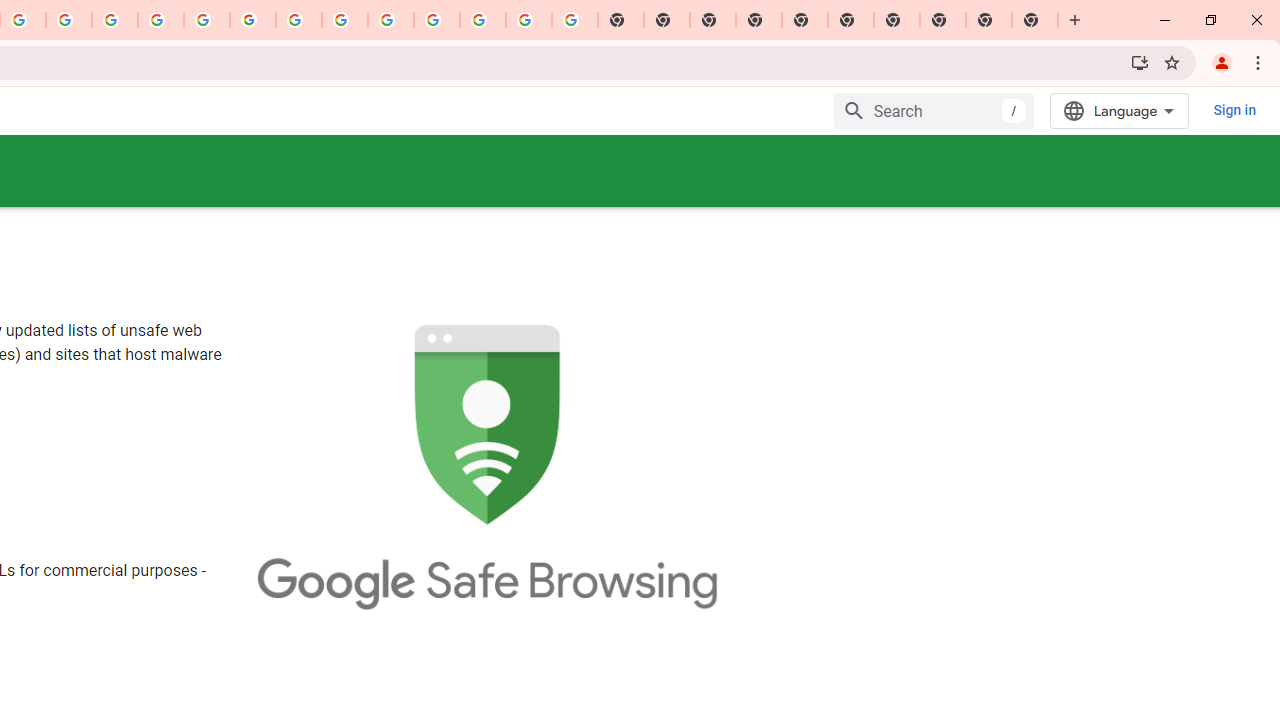 The height and width of the screenshot is (720, 1280). What do you see at coordinates (298, 20) in the screenshot?
I see `'YouTube'` at bounding box center [298, 20].